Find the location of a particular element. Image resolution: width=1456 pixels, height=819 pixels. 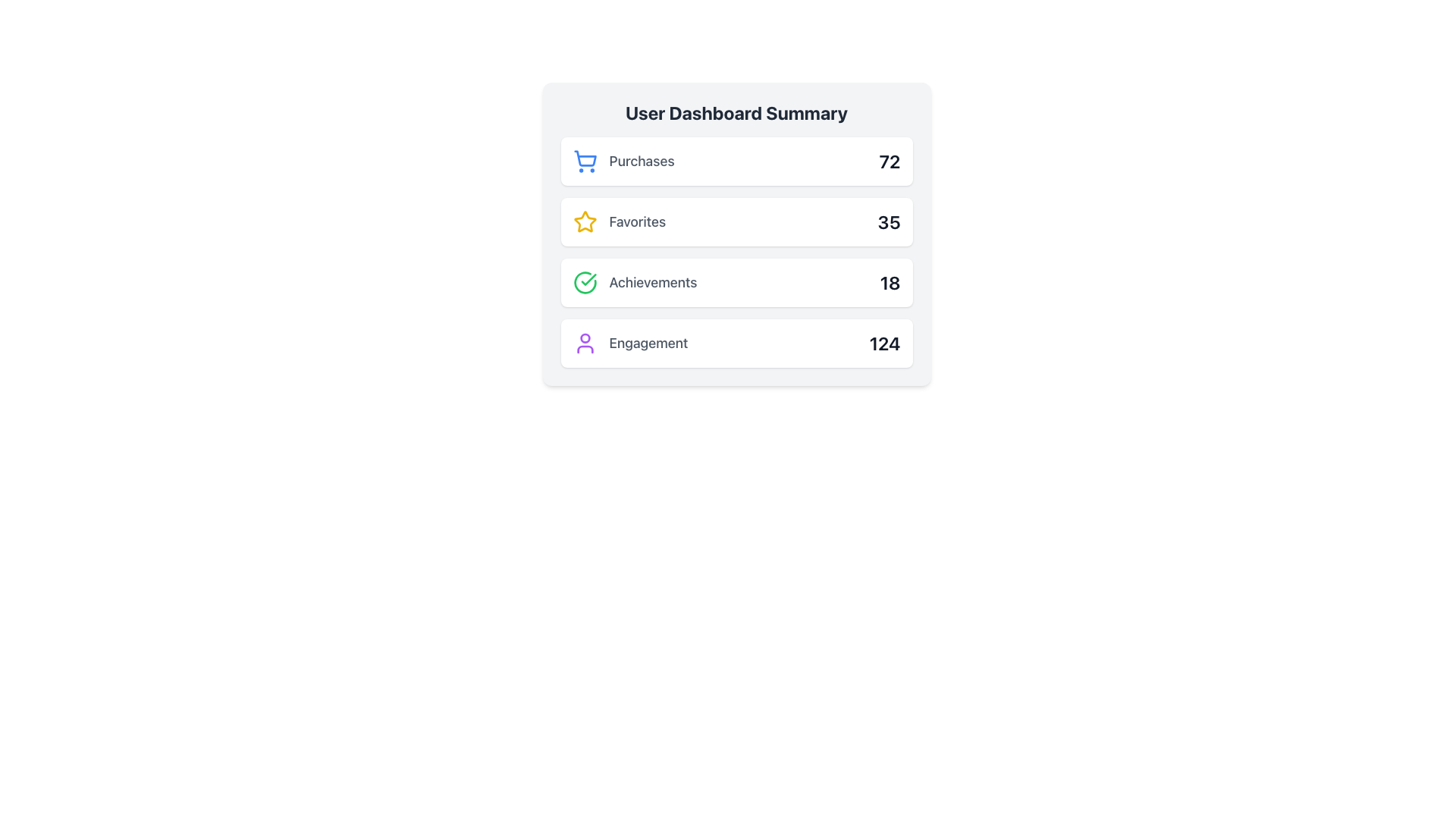

the achievement summary label with icon located in the second item of the dashboard summary card, positioned between the 'Favorites' and 'Engagement' sections is located at coordinates (635, 283).